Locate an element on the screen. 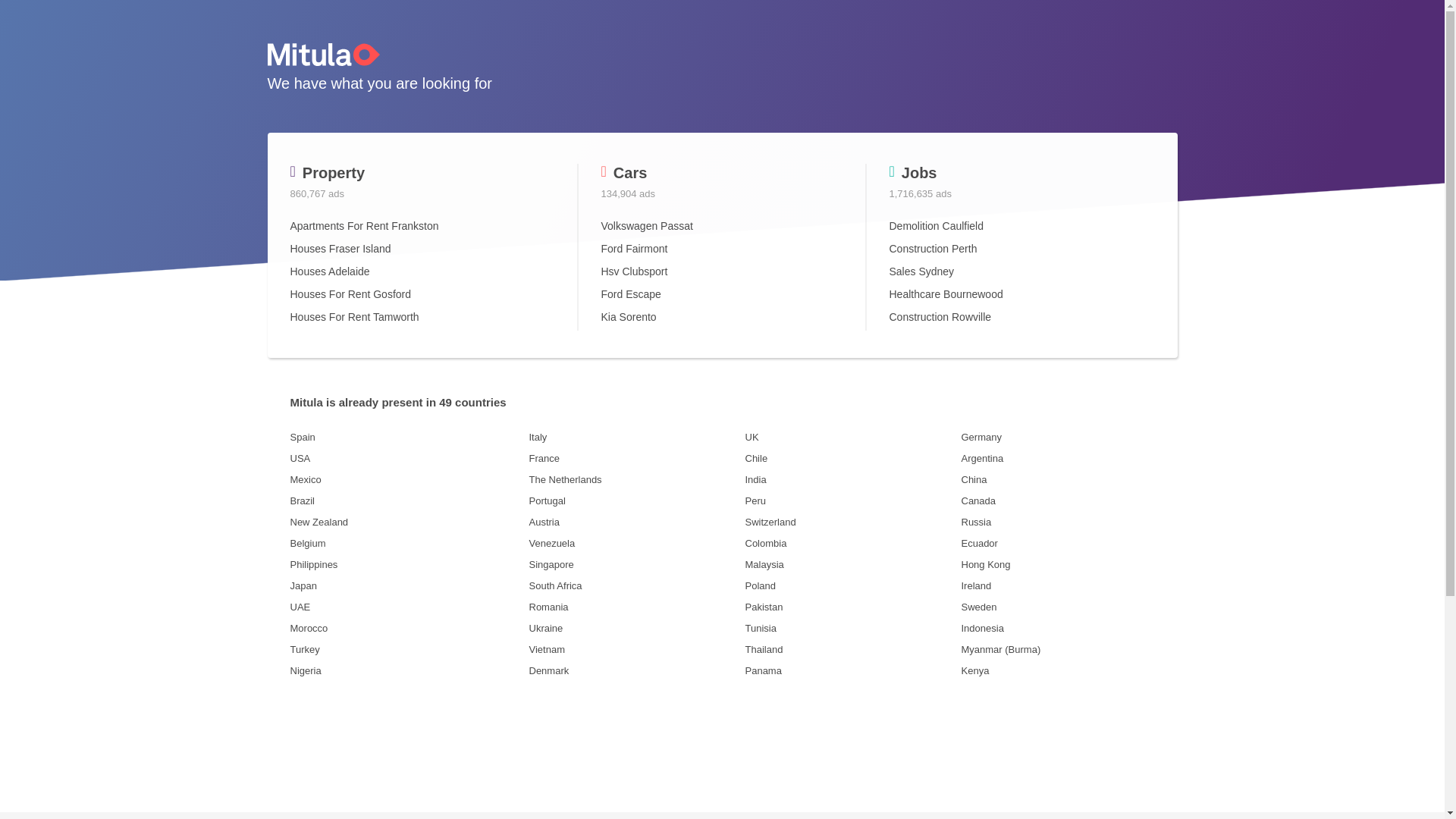 This screenshot has height=819, width=1456. 'France' is located at coordinates (626, 458).